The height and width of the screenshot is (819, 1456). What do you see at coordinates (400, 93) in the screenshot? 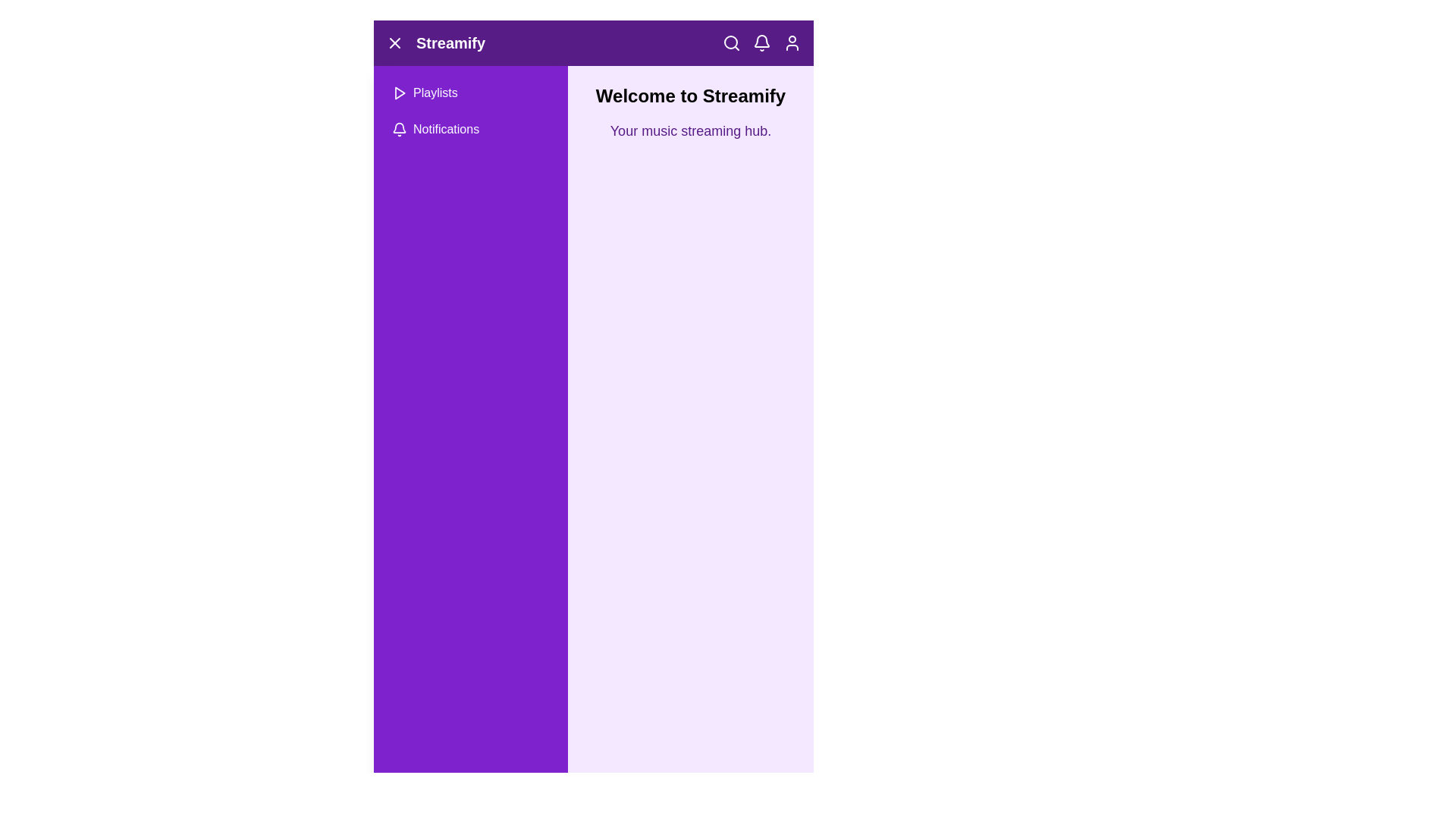
I see `the play icon in the left sidebar, which indicates the 'Playlists' feature and is the first icon in the navigation menu` at bounding box center [400, 93].